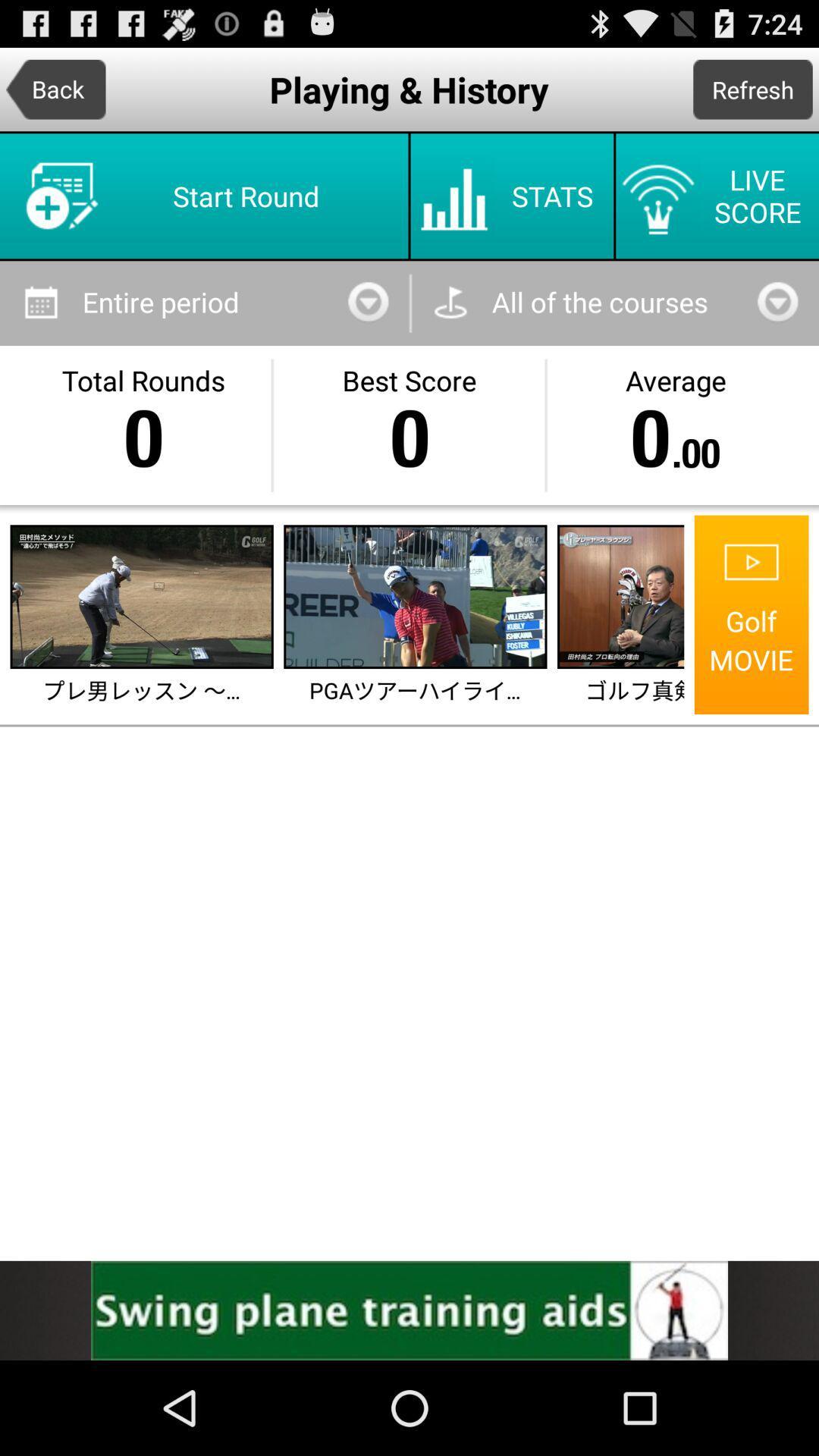 This screenshot has height=1456, width=819. Describe the element at coordinates (415, 596) in the screenshot. I see `this video` at that location.